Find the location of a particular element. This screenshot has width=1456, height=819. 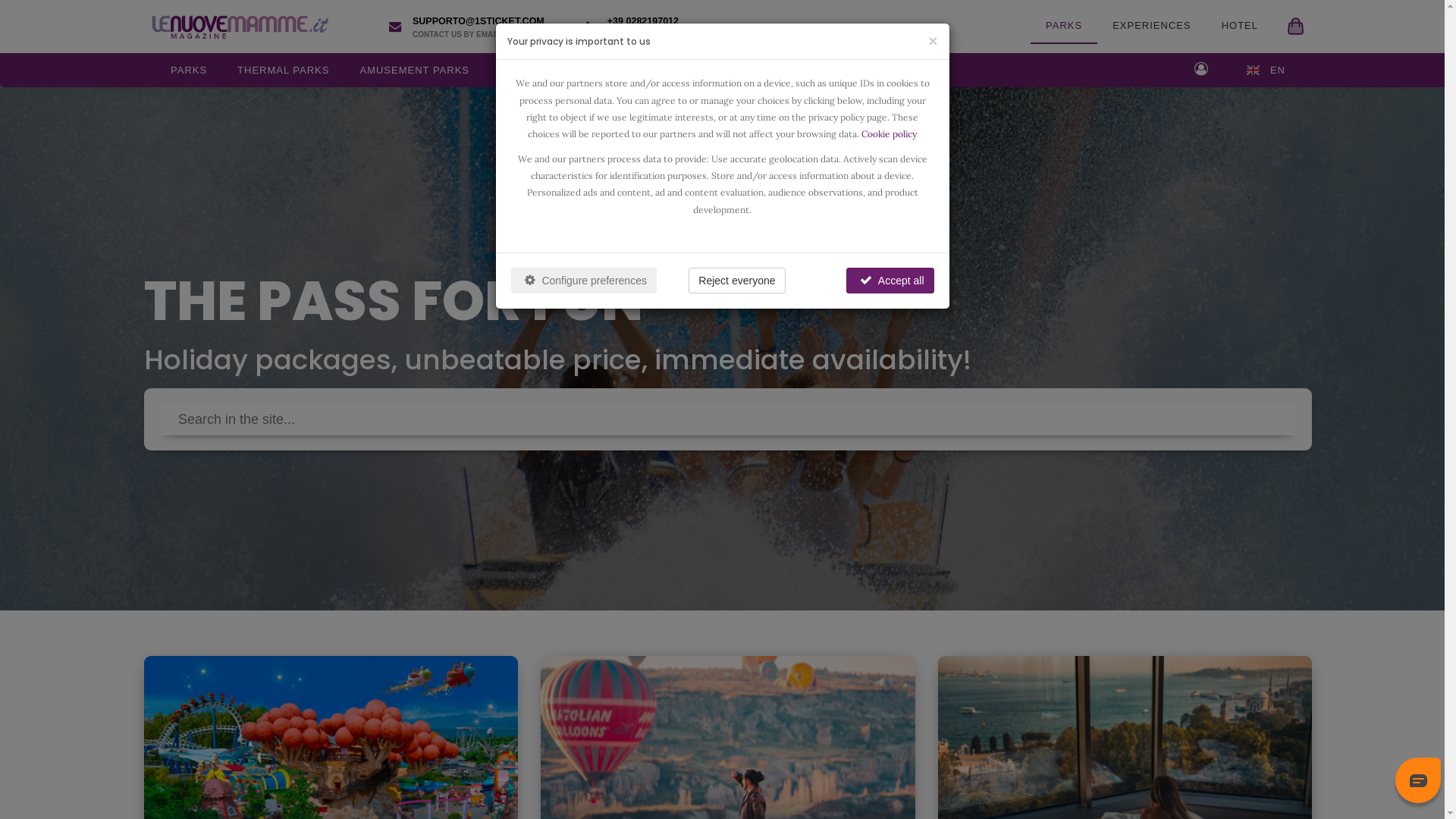

'   EN' is located at coordinates (1266, 70).